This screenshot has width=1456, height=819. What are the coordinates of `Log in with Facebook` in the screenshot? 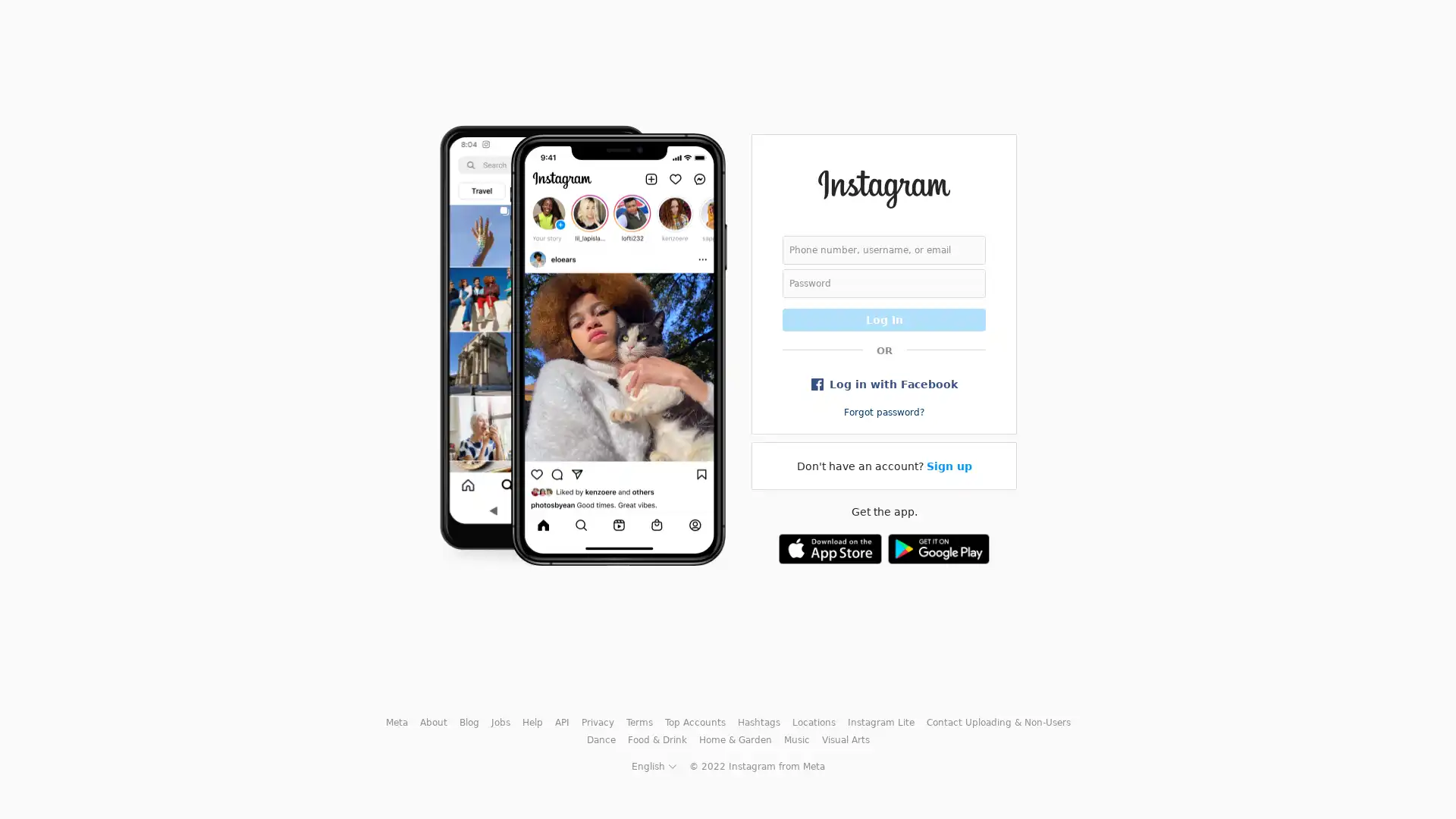 It's located at (884, 382).